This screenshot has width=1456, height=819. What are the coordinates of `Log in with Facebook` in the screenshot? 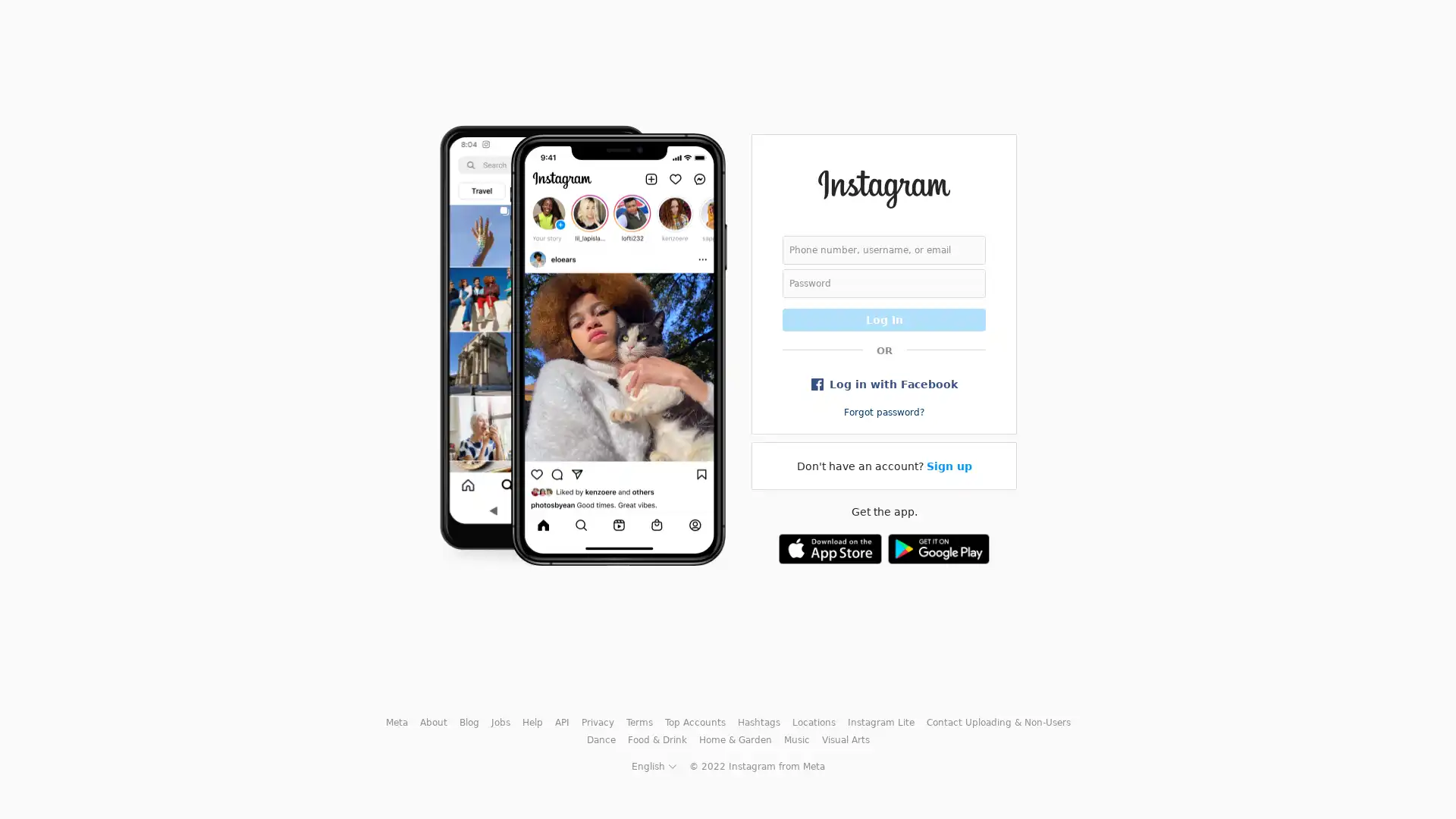 It's located at (884, 382).